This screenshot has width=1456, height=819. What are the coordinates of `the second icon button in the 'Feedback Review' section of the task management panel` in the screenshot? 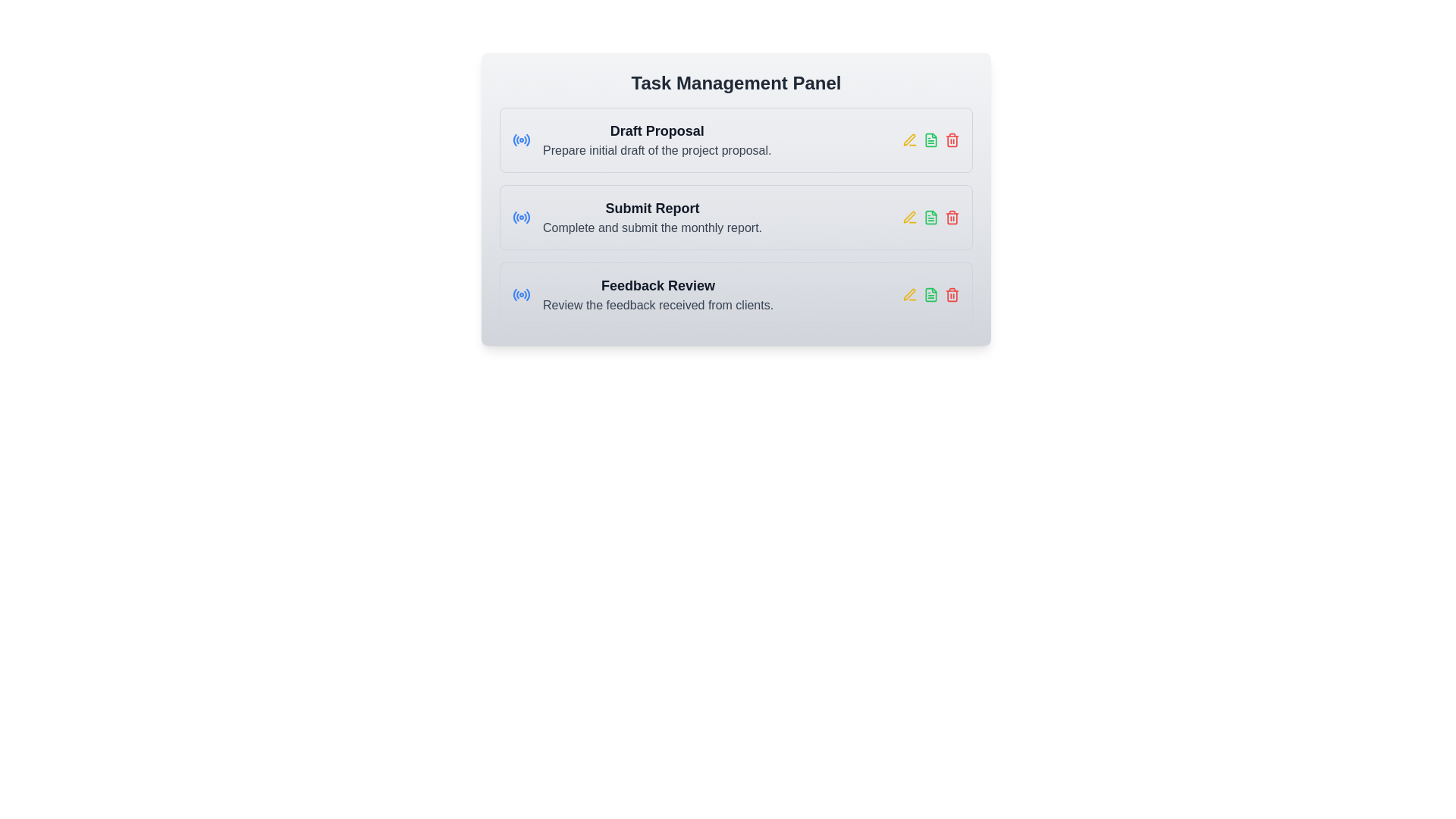 It's located at (930, 295).